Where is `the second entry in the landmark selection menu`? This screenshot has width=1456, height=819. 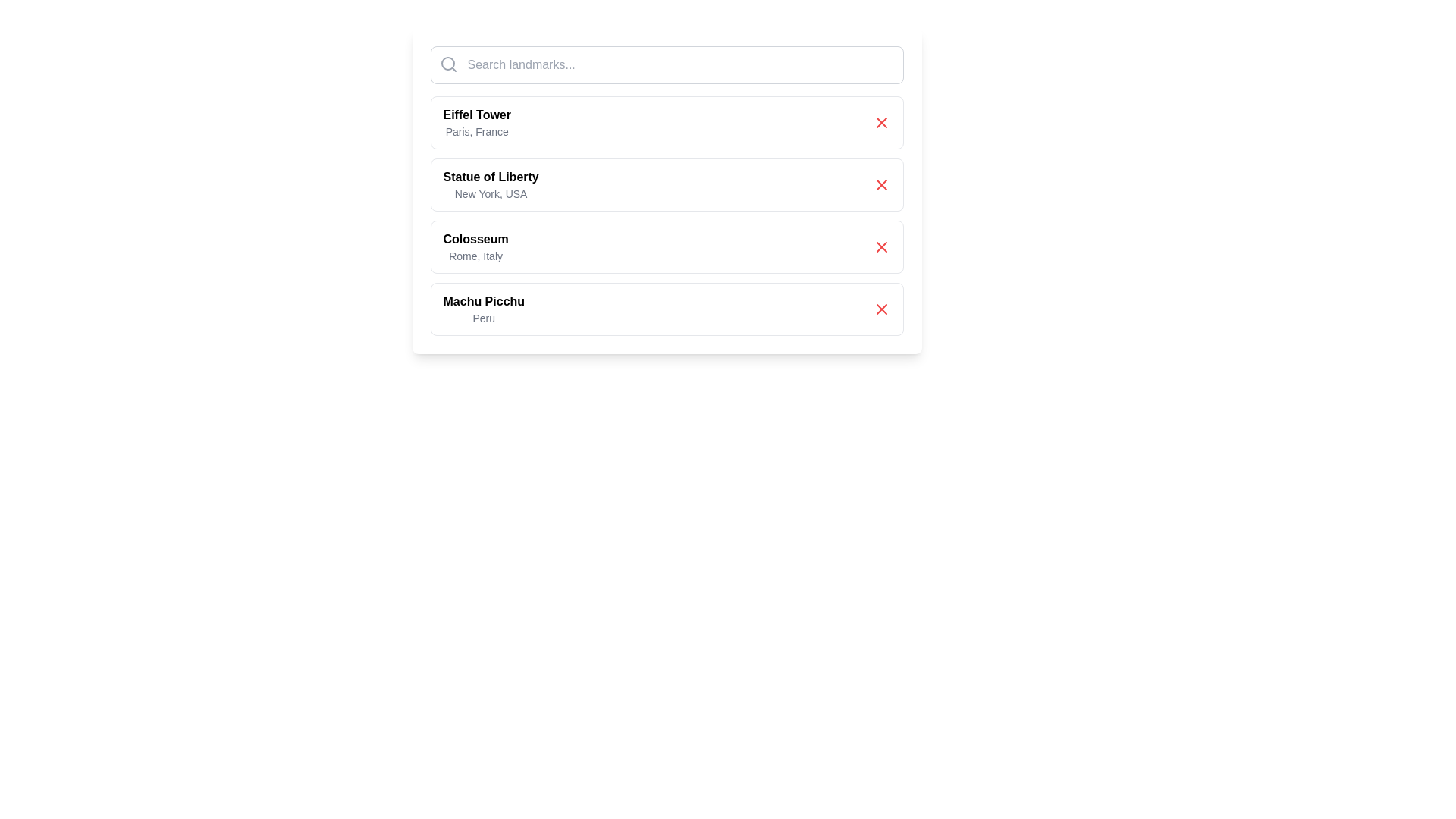 the second entry in the landmark selection menu is located at coordinates (667, 184).